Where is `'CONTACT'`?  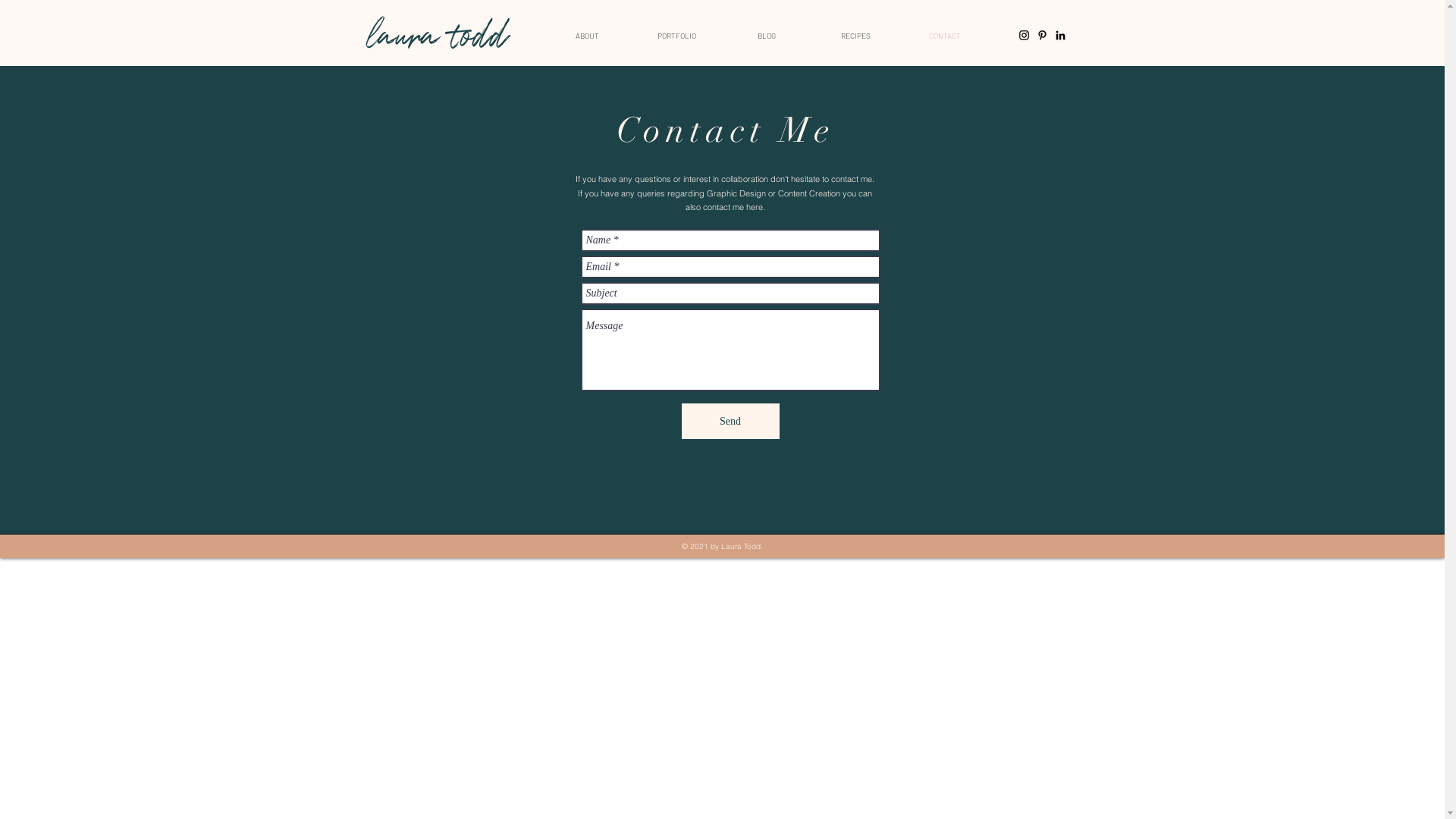 'CONTACT' is located at coordinates (944, 34).